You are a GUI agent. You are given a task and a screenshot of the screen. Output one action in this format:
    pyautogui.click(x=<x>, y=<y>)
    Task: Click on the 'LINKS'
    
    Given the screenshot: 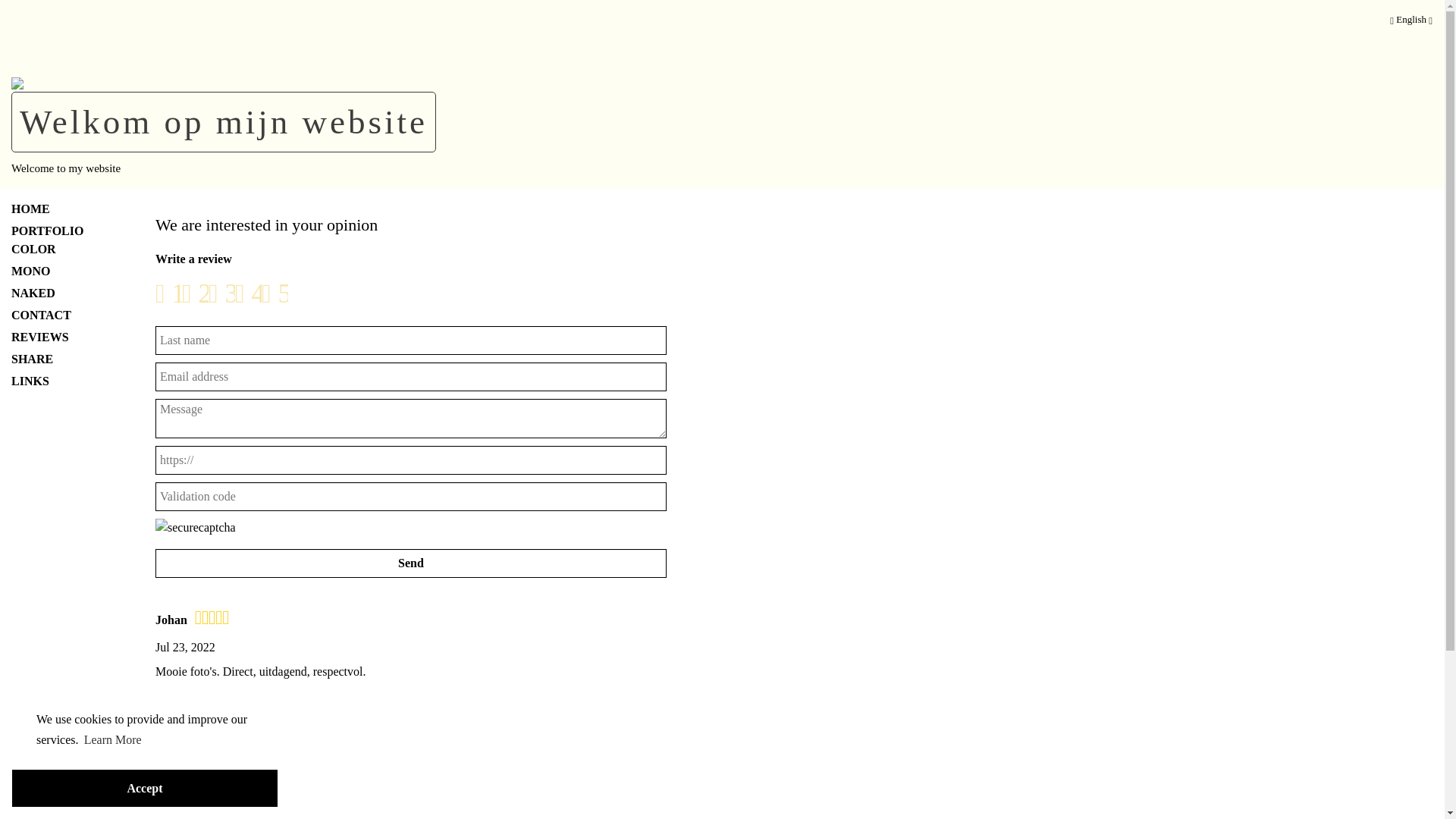 What is the action you would take?
    pyautogui.click(x=61, y=379)
    